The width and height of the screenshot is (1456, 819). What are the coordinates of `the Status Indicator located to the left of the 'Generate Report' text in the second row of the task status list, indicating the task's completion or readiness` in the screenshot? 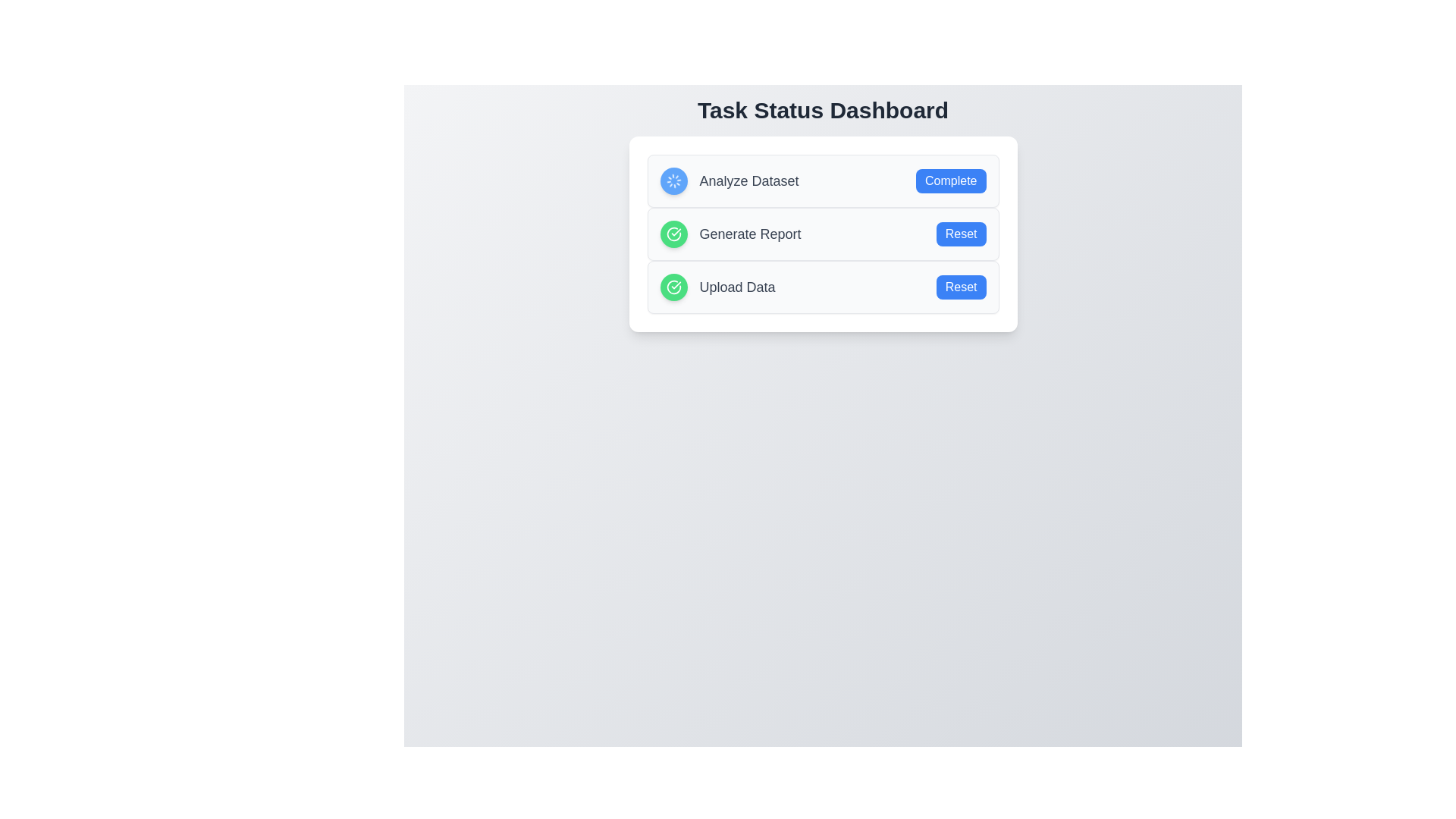 It's located at (673, 234).